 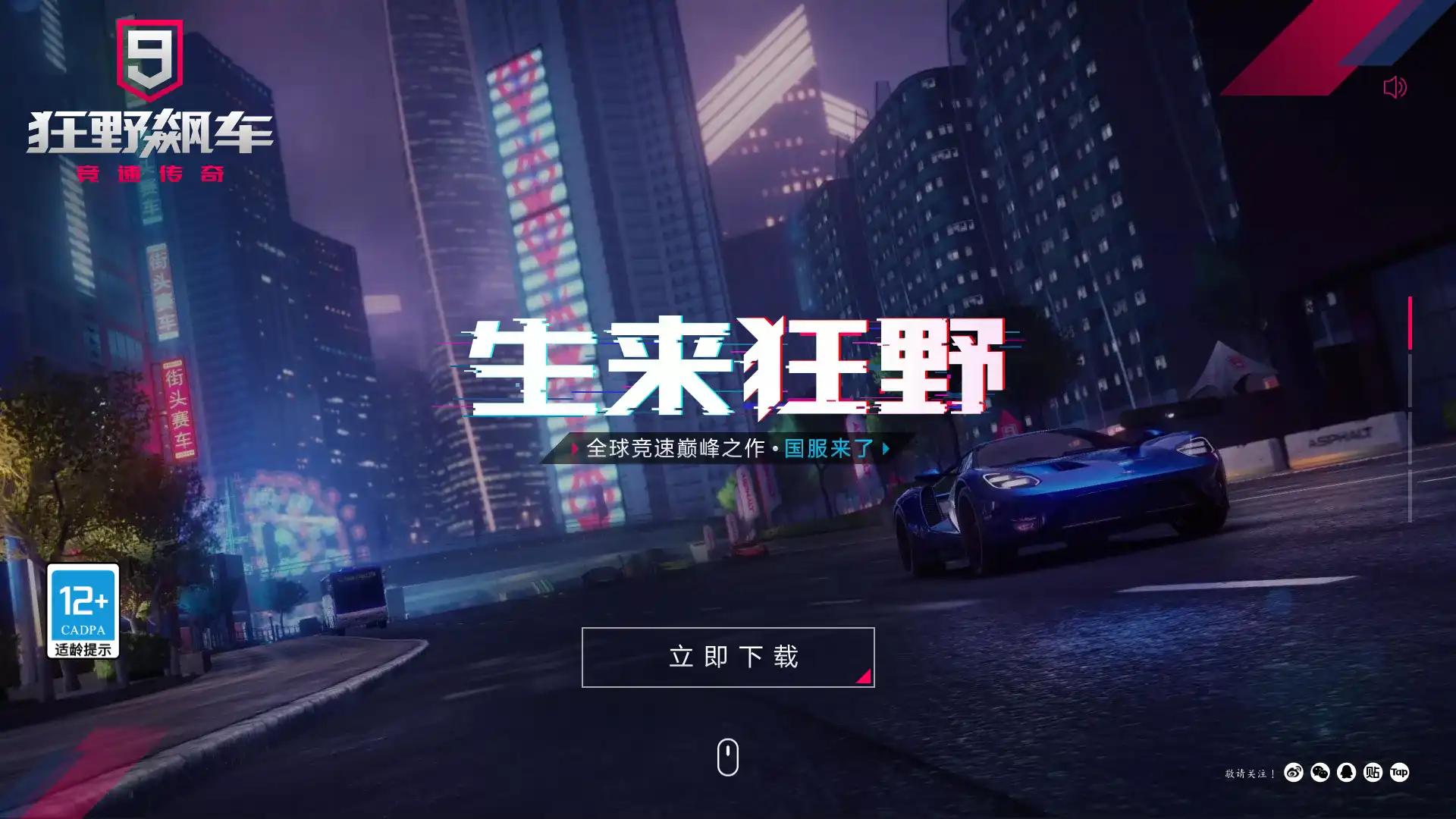 I want to click on Go to slide 1, so click(x=1409, y=322).